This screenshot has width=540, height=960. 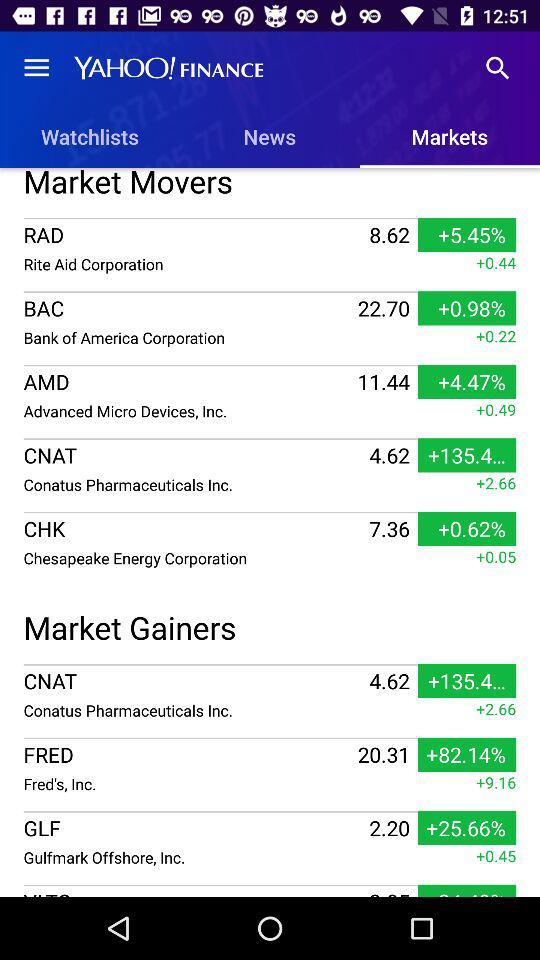 What do you see at coordinates (270, 623) in the screenshot?
I see `the icon below the chesapeake energy corporation` at bounding box center [270, 623].